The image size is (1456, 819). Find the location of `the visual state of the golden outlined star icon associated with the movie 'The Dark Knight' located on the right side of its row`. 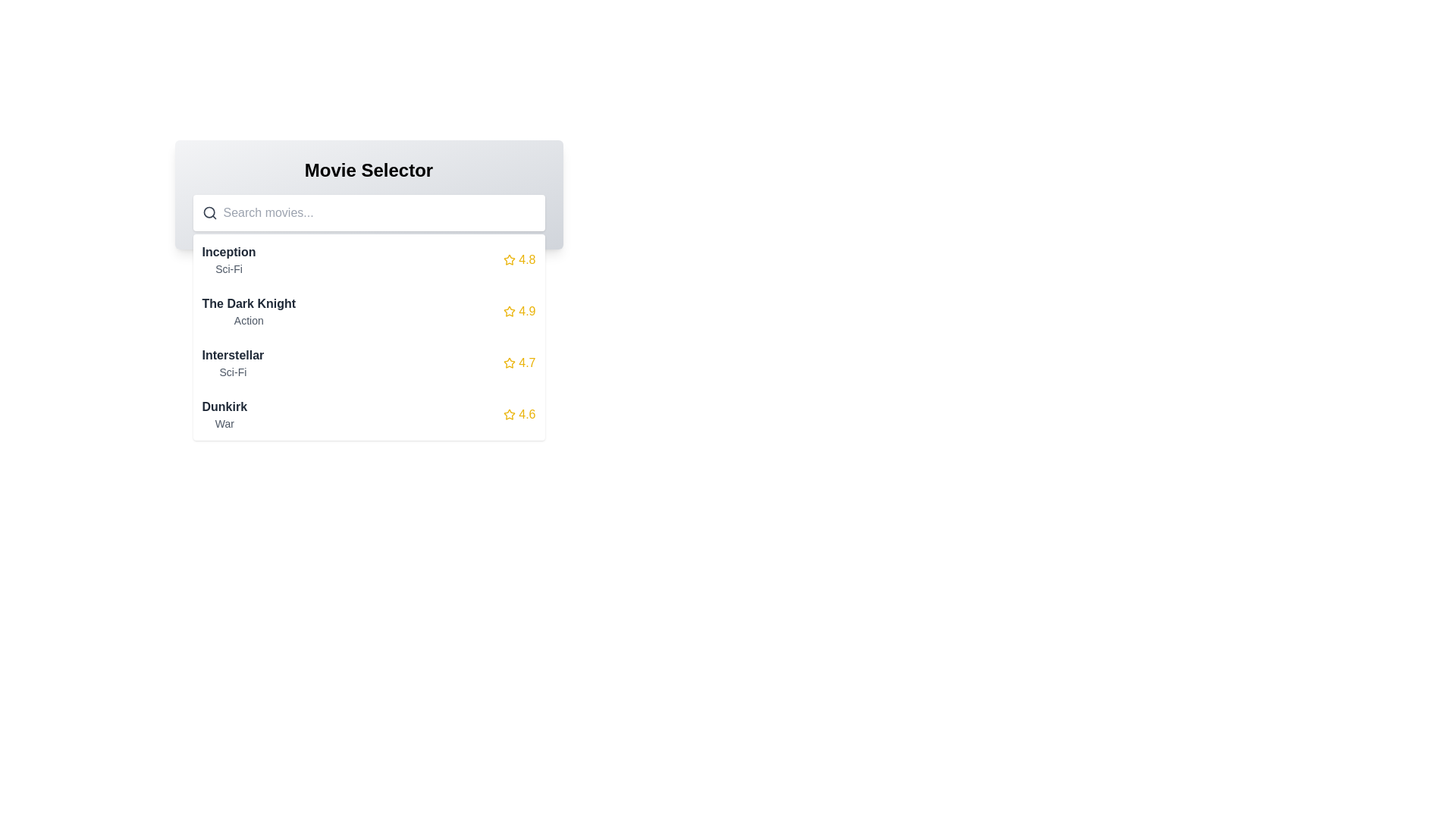

the visual state of the golden outlined star icon associated with the movie 'The Dark Knight' located on the right side of its row is located at coordinates (510, 310).